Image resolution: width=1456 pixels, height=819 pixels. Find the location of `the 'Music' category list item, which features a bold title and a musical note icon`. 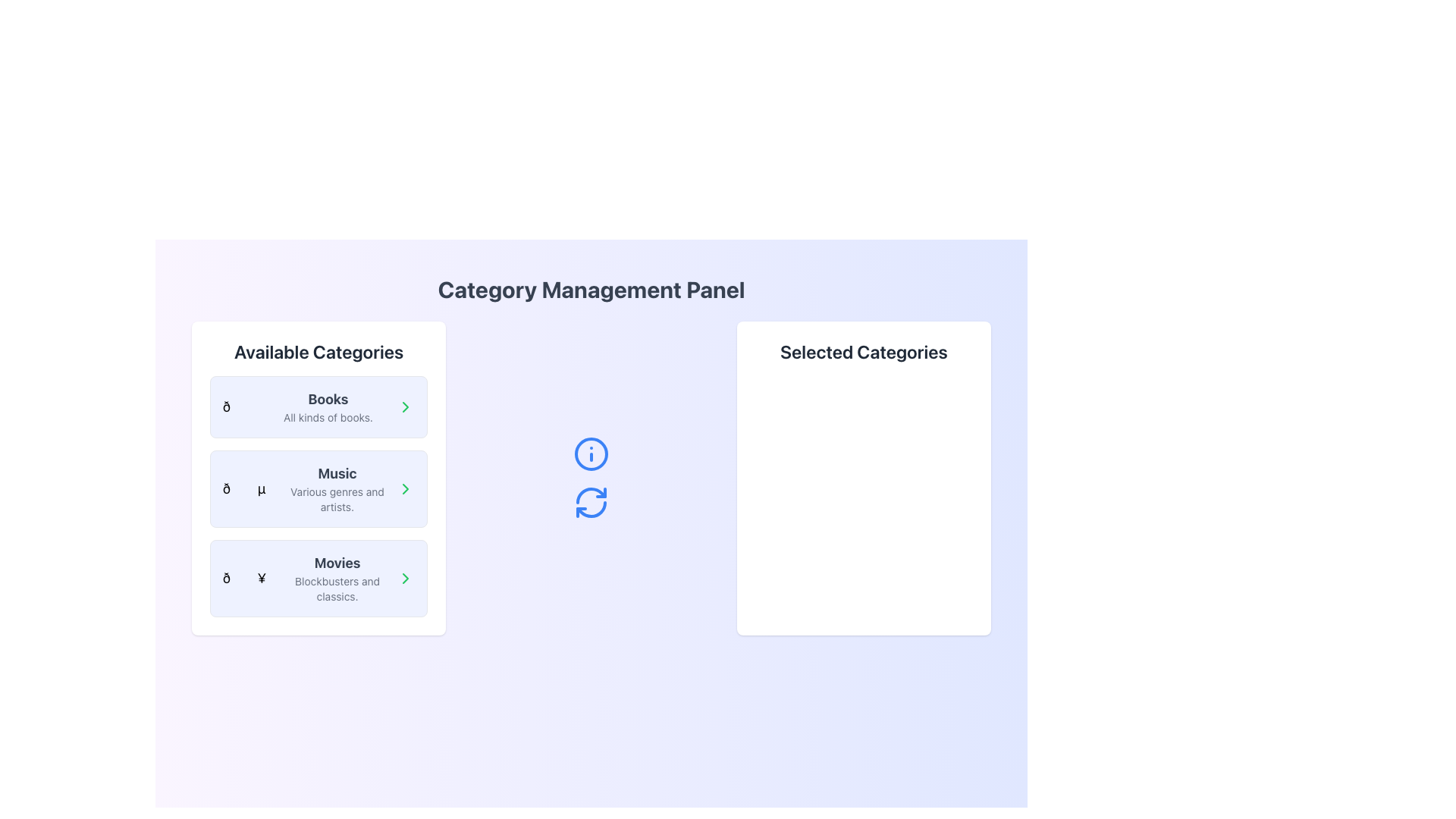

the 'Music' category list item, which features a bold title and a musical note icon is located at coordinates (309, 488).